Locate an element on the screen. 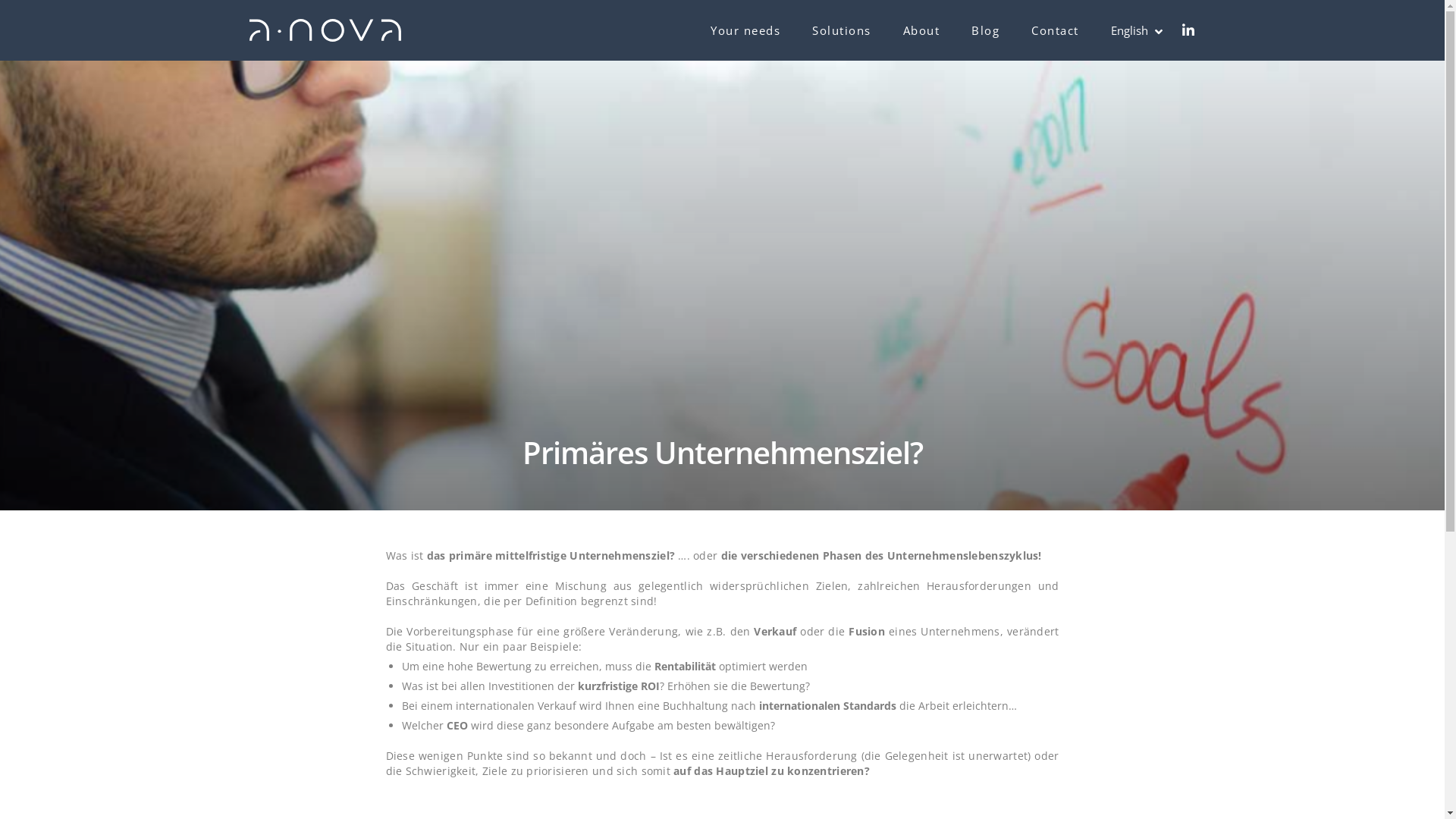 The image size is (1456, 819). 'Your needs' is located at coordinates (520, 547).